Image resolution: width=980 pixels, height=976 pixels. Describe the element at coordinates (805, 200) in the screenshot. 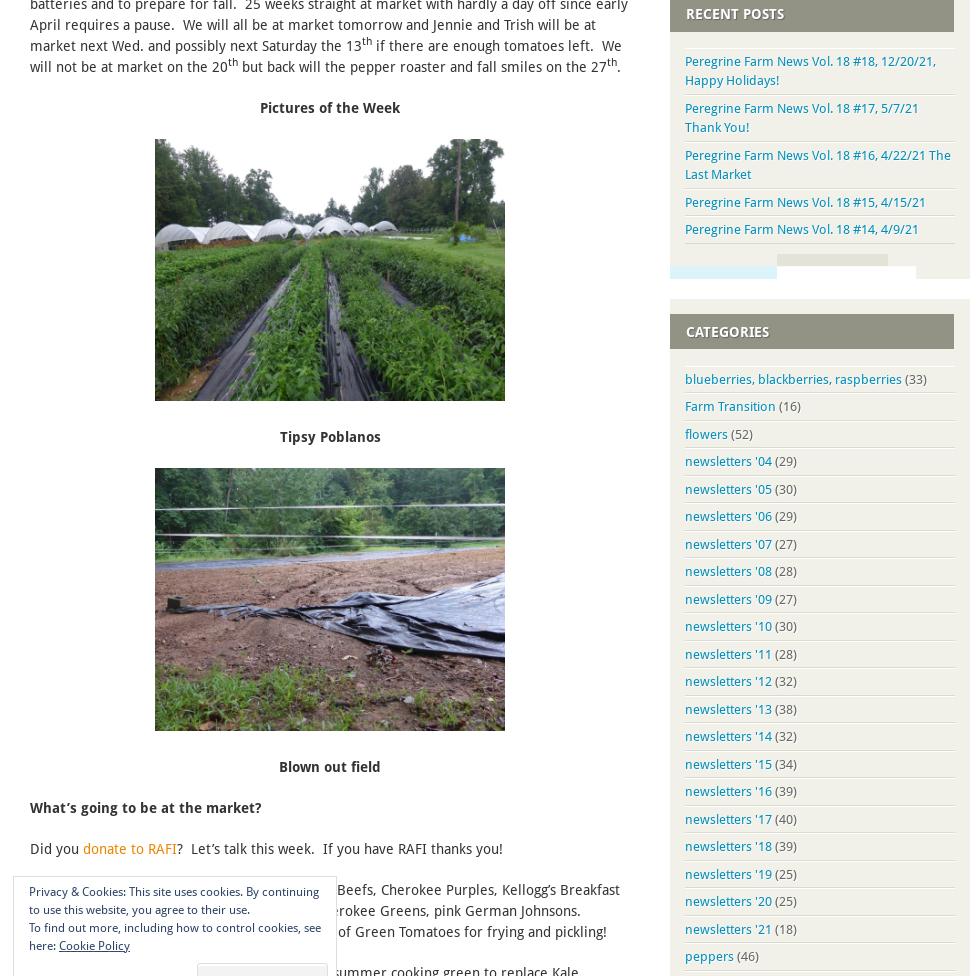

I see `'Peregrine Farm News Vol. 18 #15, 4/15/21'` at that location.